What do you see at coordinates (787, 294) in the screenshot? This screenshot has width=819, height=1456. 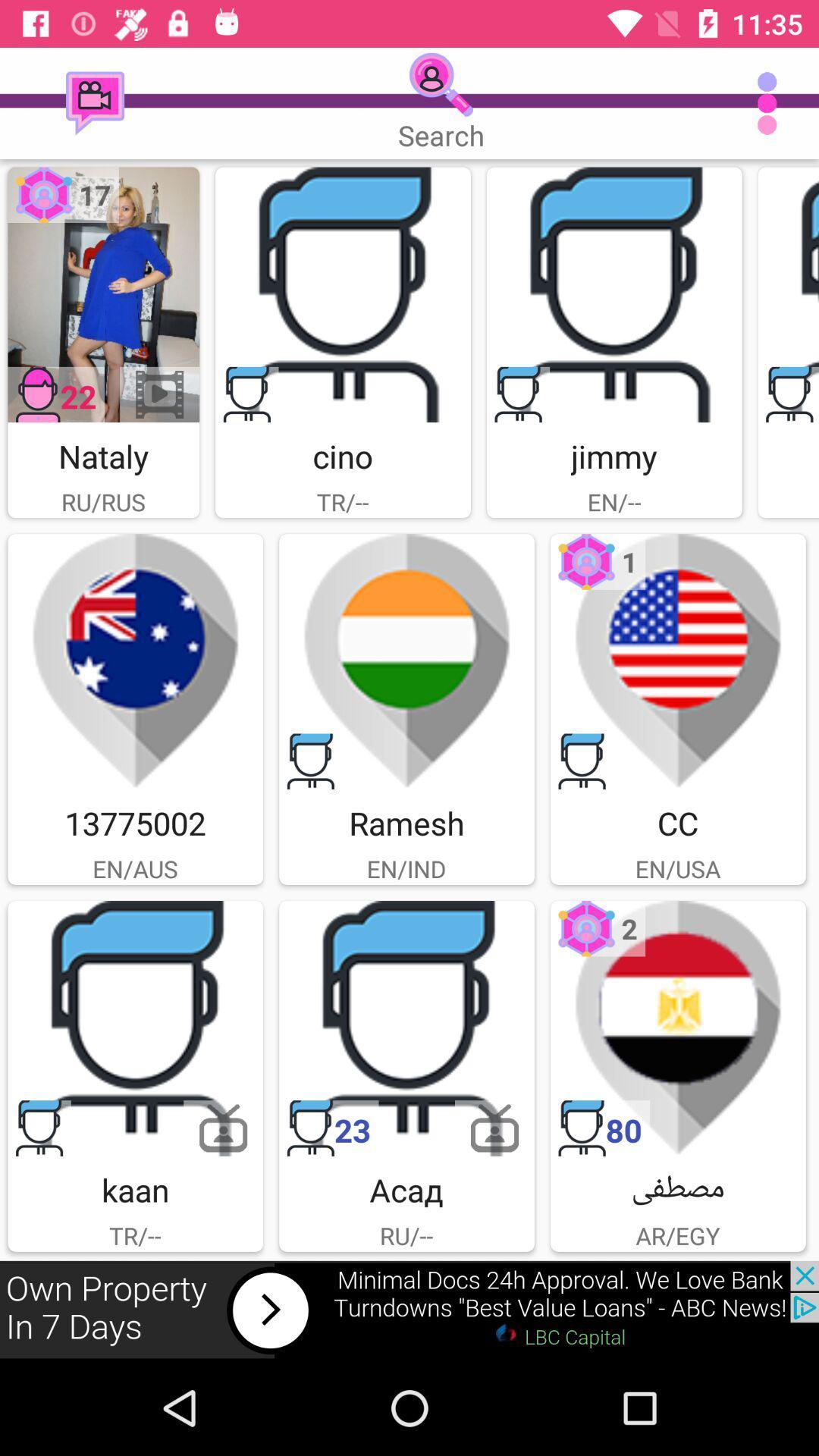 I see `profile picture` at bounding box center [787, 294].